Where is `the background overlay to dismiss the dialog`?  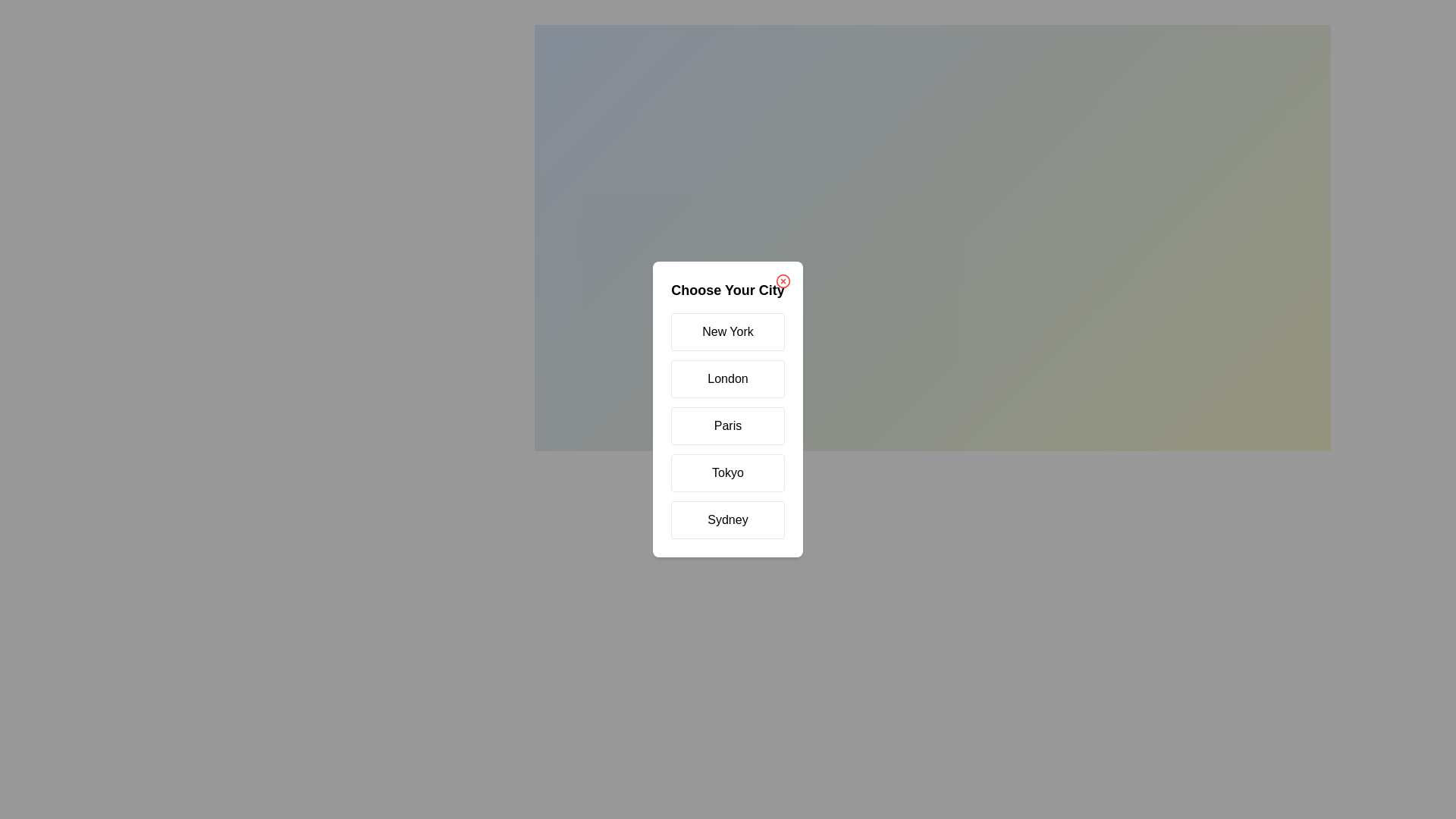
the background overlay to dismiss the dialog is located at coordinates (728, 409).